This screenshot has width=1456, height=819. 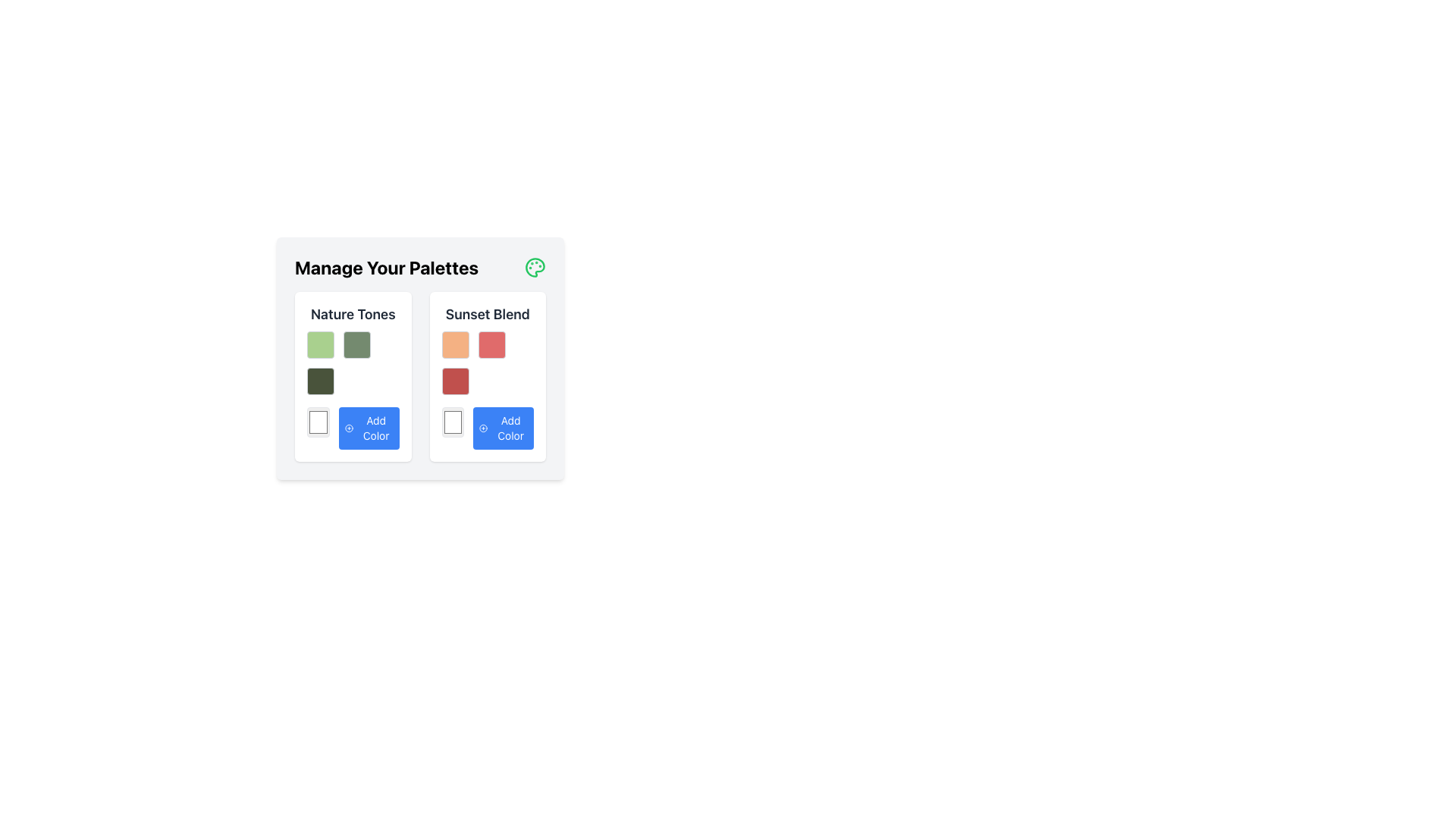 I want to click on the blue 'Add Color' button with rounded corners located in the 'Nature Tones' palette card, so click(x=352, y=428).